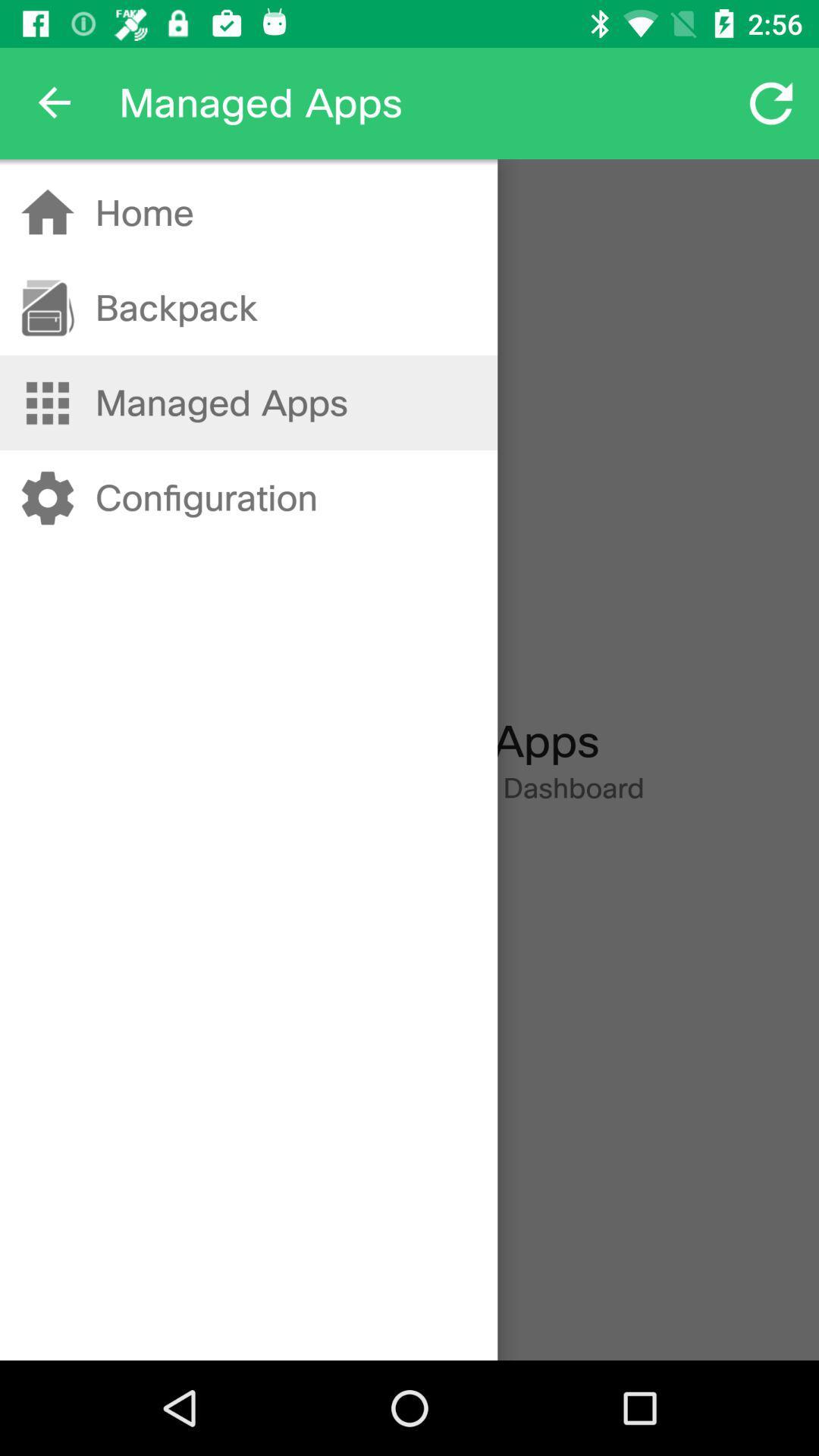  Describe the element at coordinates (144, 212) in the screenshot. I see `the icon above the backpack` at that location.